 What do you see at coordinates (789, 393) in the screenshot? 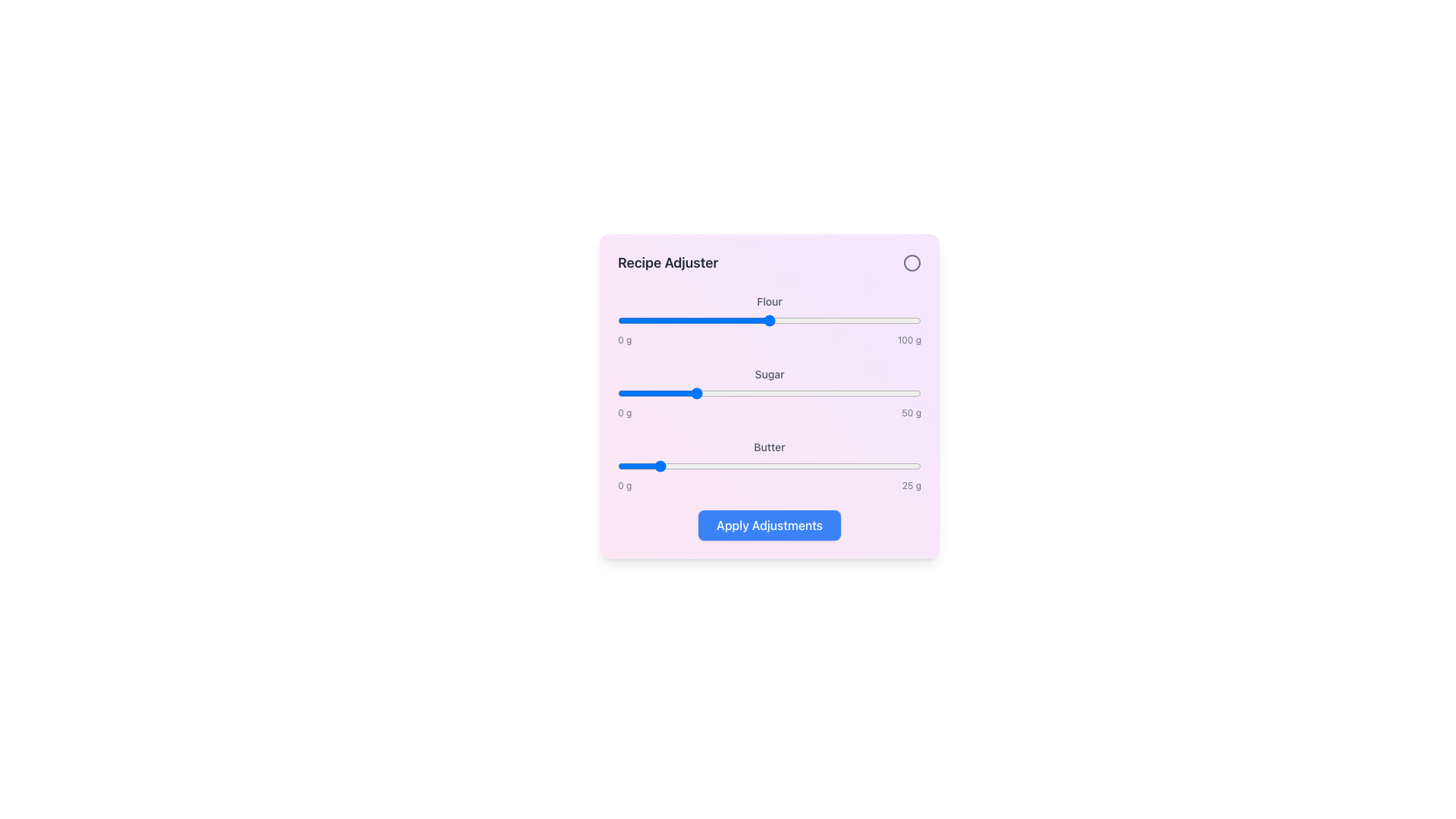
I see `sugar slider` at bounding box center [789, 393].